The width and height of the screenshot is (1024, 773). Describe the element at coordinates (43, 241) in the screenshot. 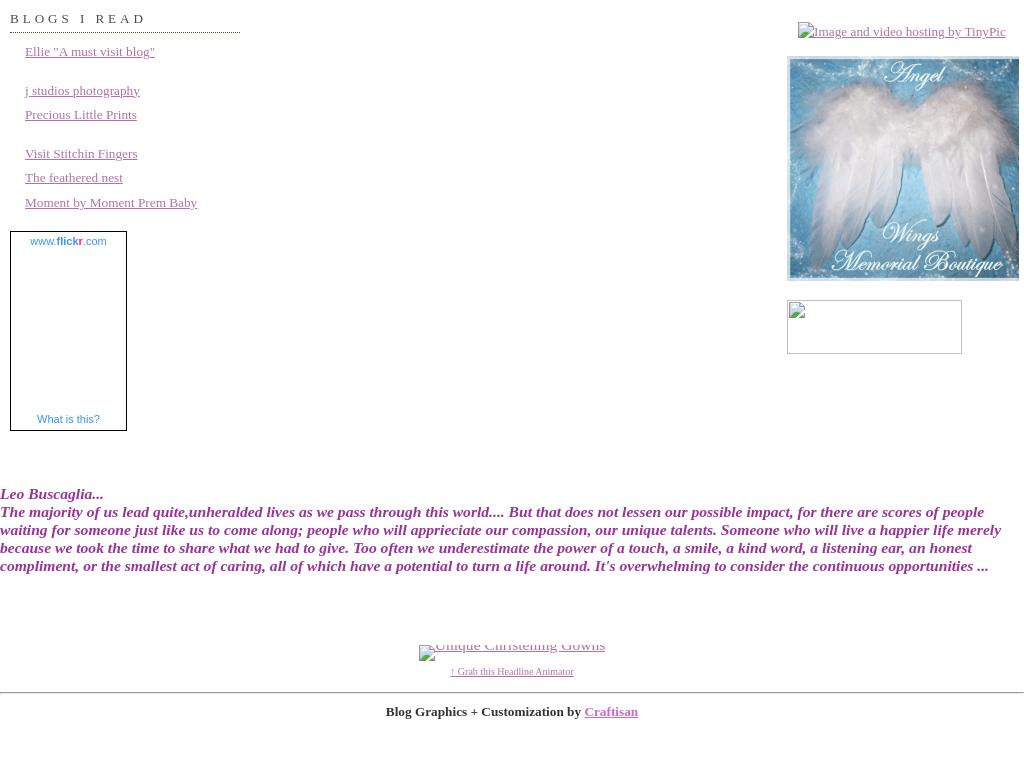

I see `'www.'` at that location.